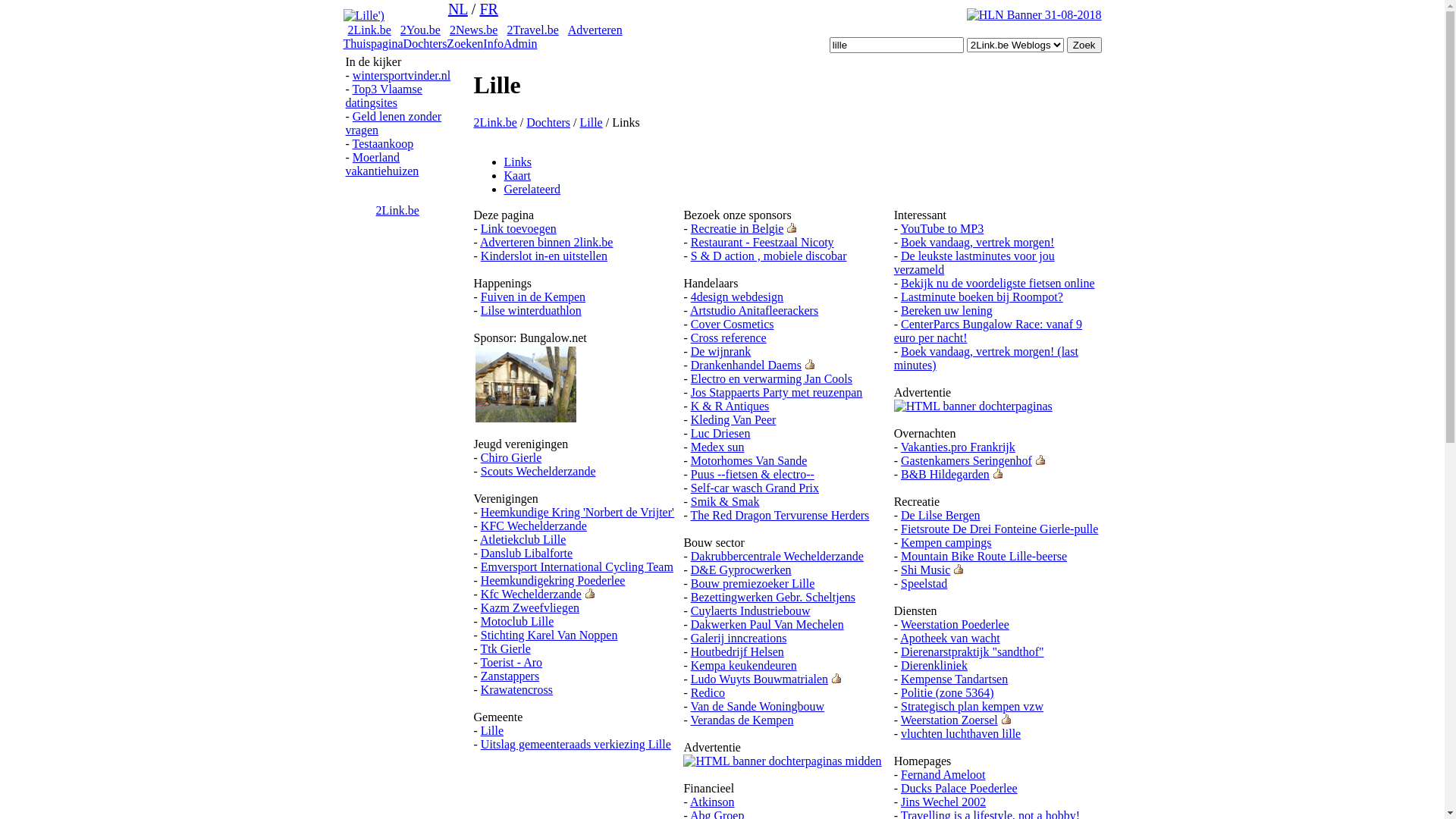  Describe the element at coordinates (960, 733) in the screenshot. I see `'vluchten luchthaven lille'` at that location.